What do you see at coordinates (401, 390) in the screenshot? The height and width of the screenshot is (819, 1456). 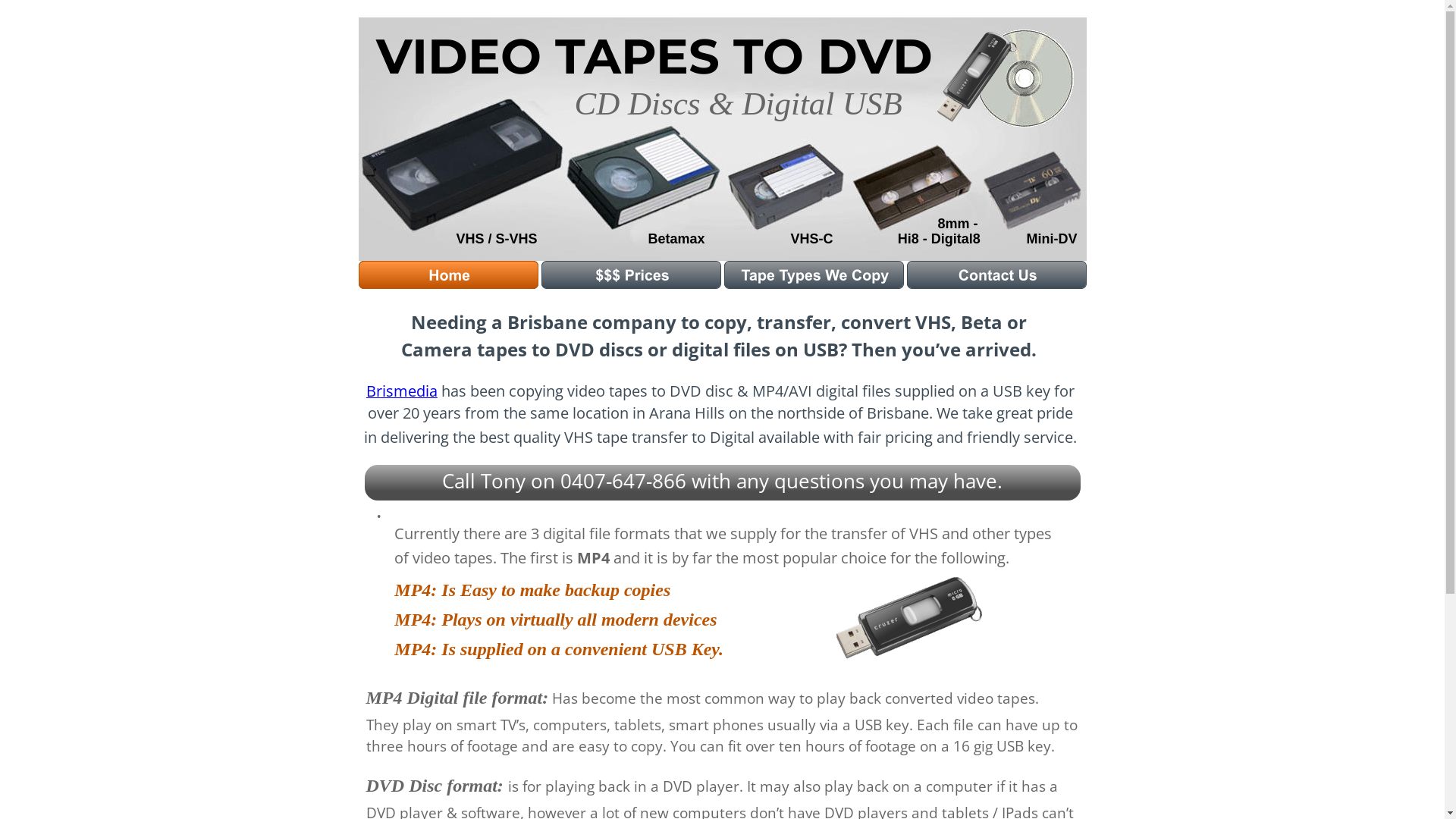 I see `'Brismedia'` at bounding box center [401, 390].